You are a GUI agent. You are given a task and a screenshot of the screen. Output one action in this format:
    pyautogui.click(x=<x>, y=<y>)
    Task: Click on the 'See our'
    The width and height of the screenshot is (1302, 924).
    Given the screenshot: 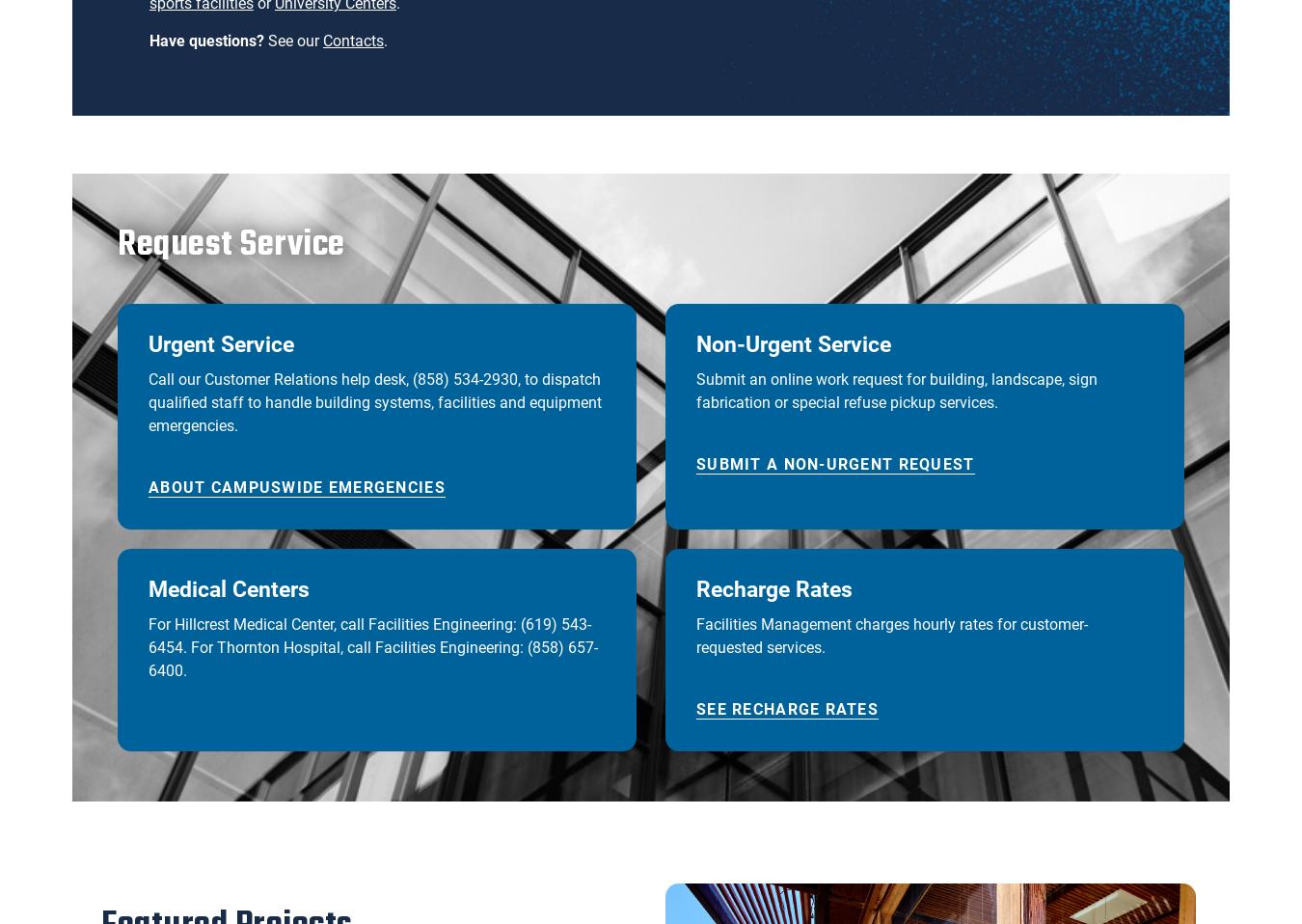 What is the action you would take?
    pyautogui.click(x=292, y=40)
    